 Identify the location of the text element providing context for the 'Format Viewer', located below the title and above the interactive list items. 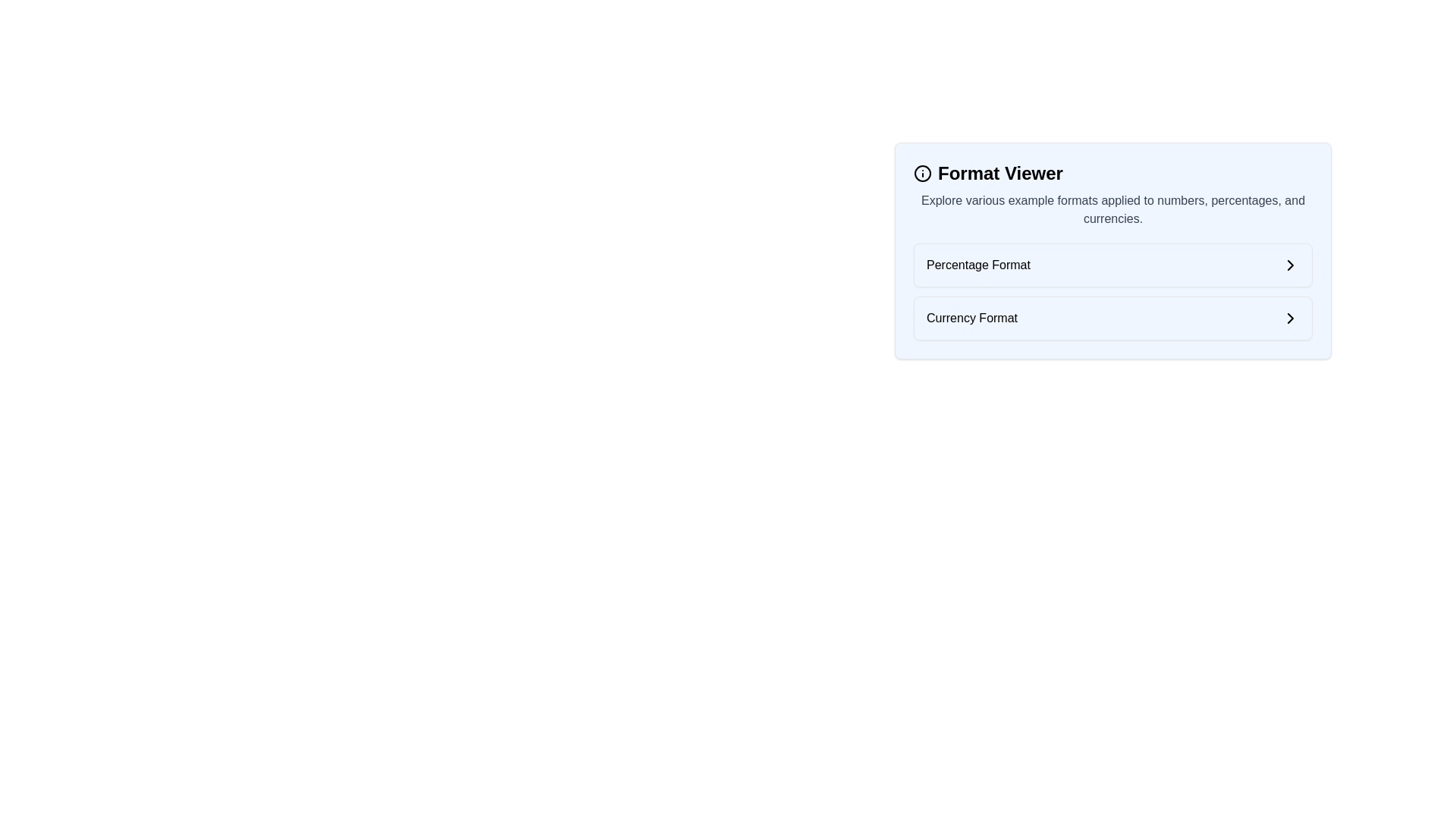
(1113, 210).